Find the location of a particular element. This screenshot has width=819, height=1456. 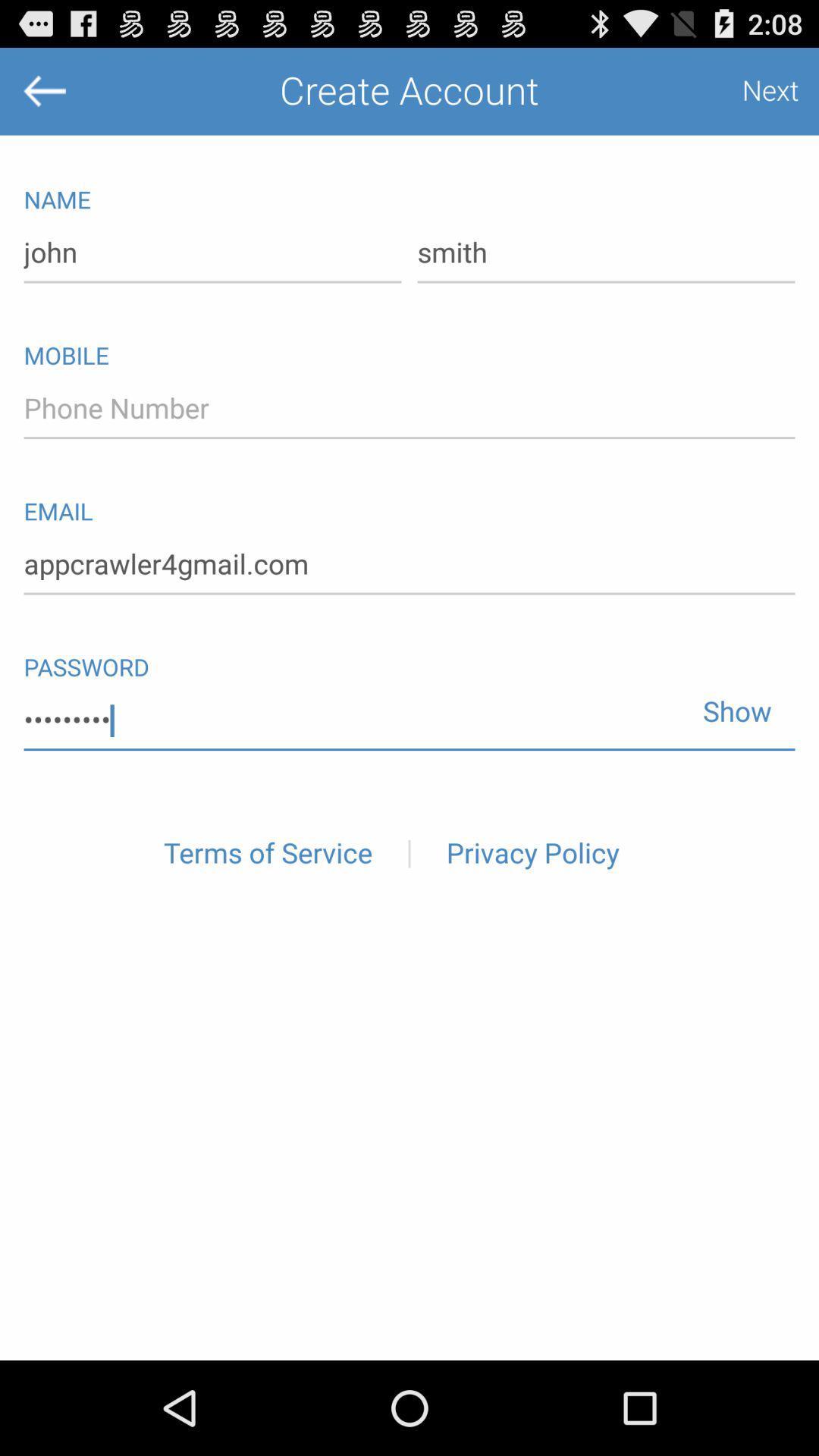

smith item is located at coordinates (605, 253).